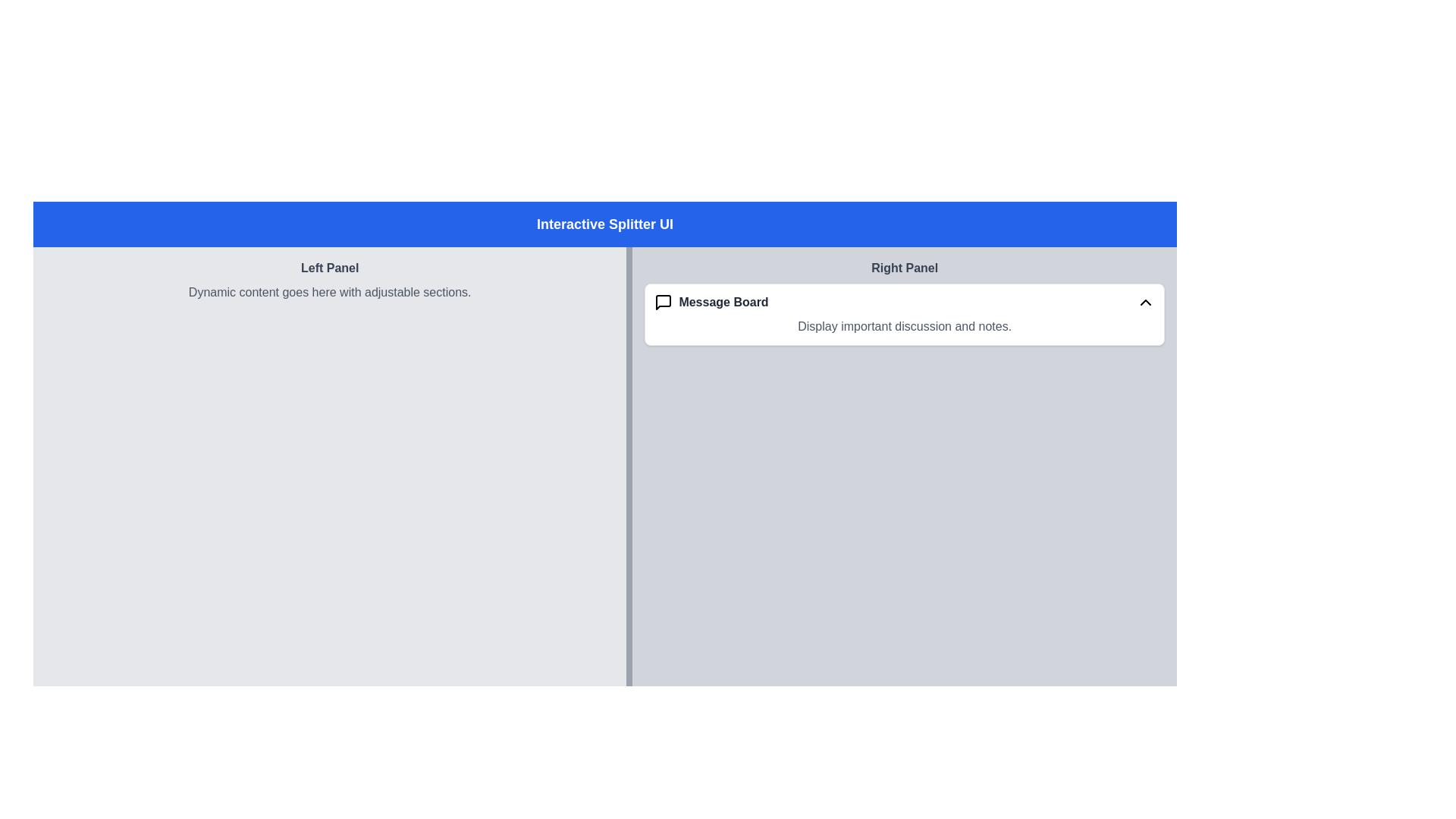 This screenshot has width=1456, height=819. Describe the element at coordinates (664, 302) in the screenshot. I see `the message icon that represents the 'Message Board', located at the left side of the text 'Message Board'` at that location.